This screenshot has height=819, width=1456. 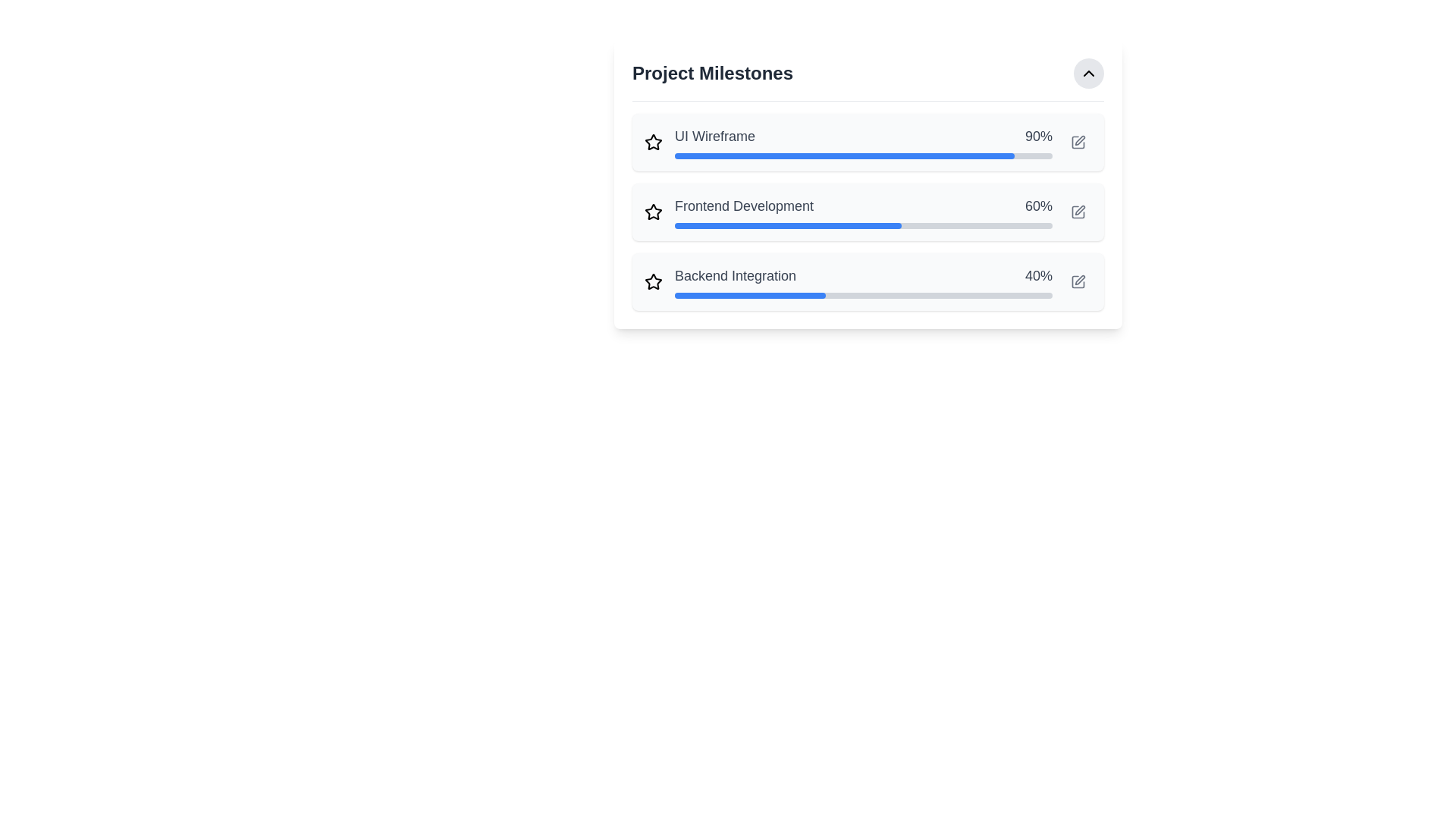 What do you see at coordinates (863, 212) in the screenshot?
I see `the progress bar indicating the completion level of the 'Frontend Development' milestone in the project milestones list` at bounding box center [863, 212].